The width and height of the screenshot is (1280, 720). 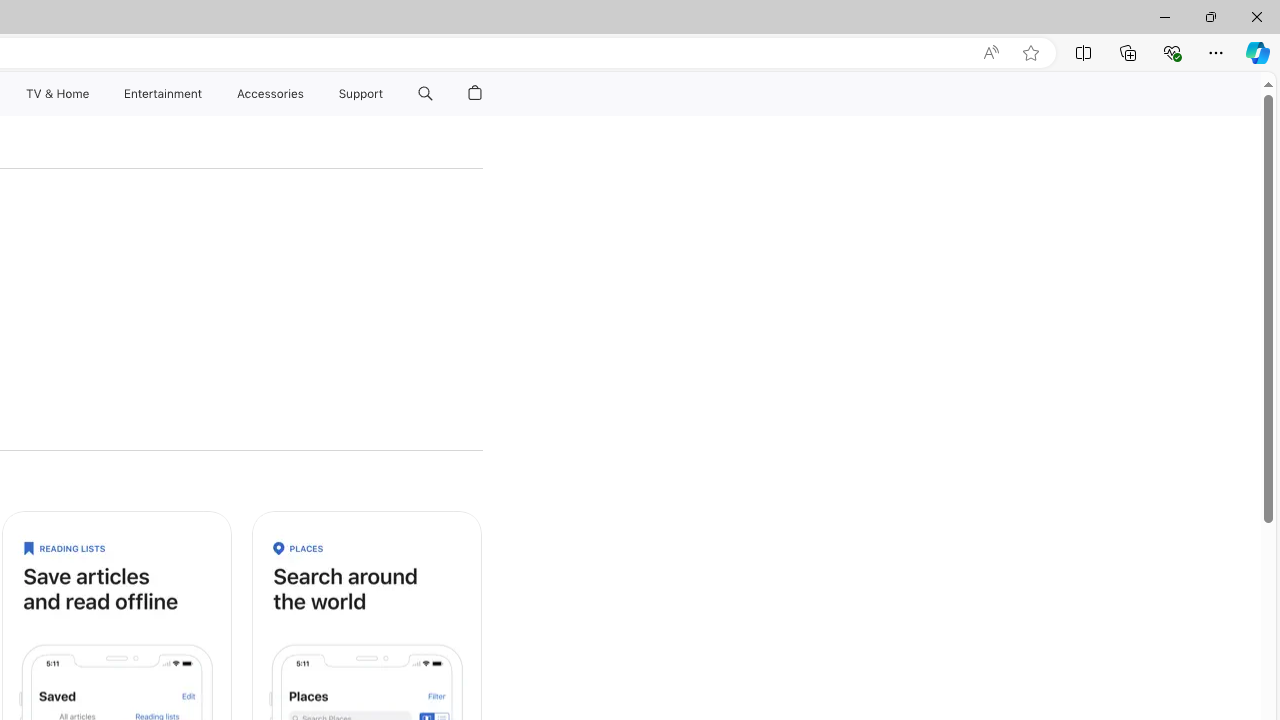 I want to click on 'Class: globalnav-item globalnav-search', so click(x=424, y=93).